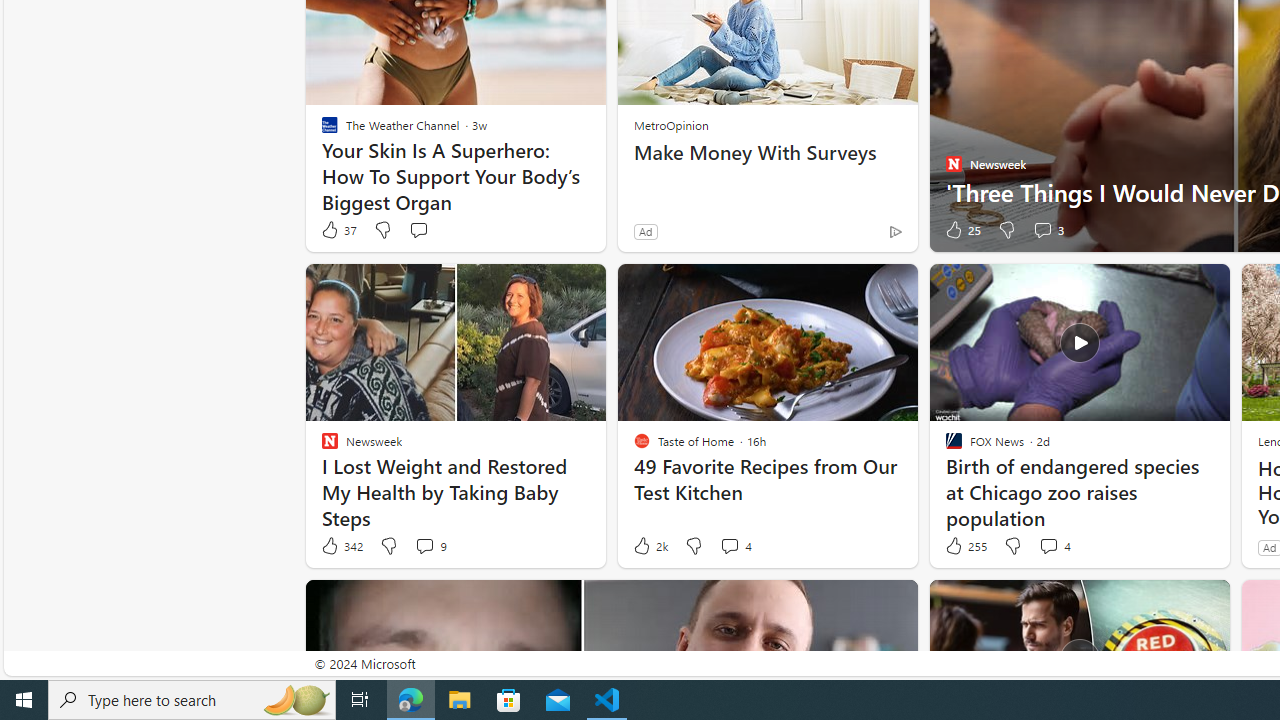 The width and height of the screenshot is (1280, 720). What do you see at coordinates (1041, 229) in the screenshot?
I see `'View comments 3 Comment'` at bounding box center [1041, 229].